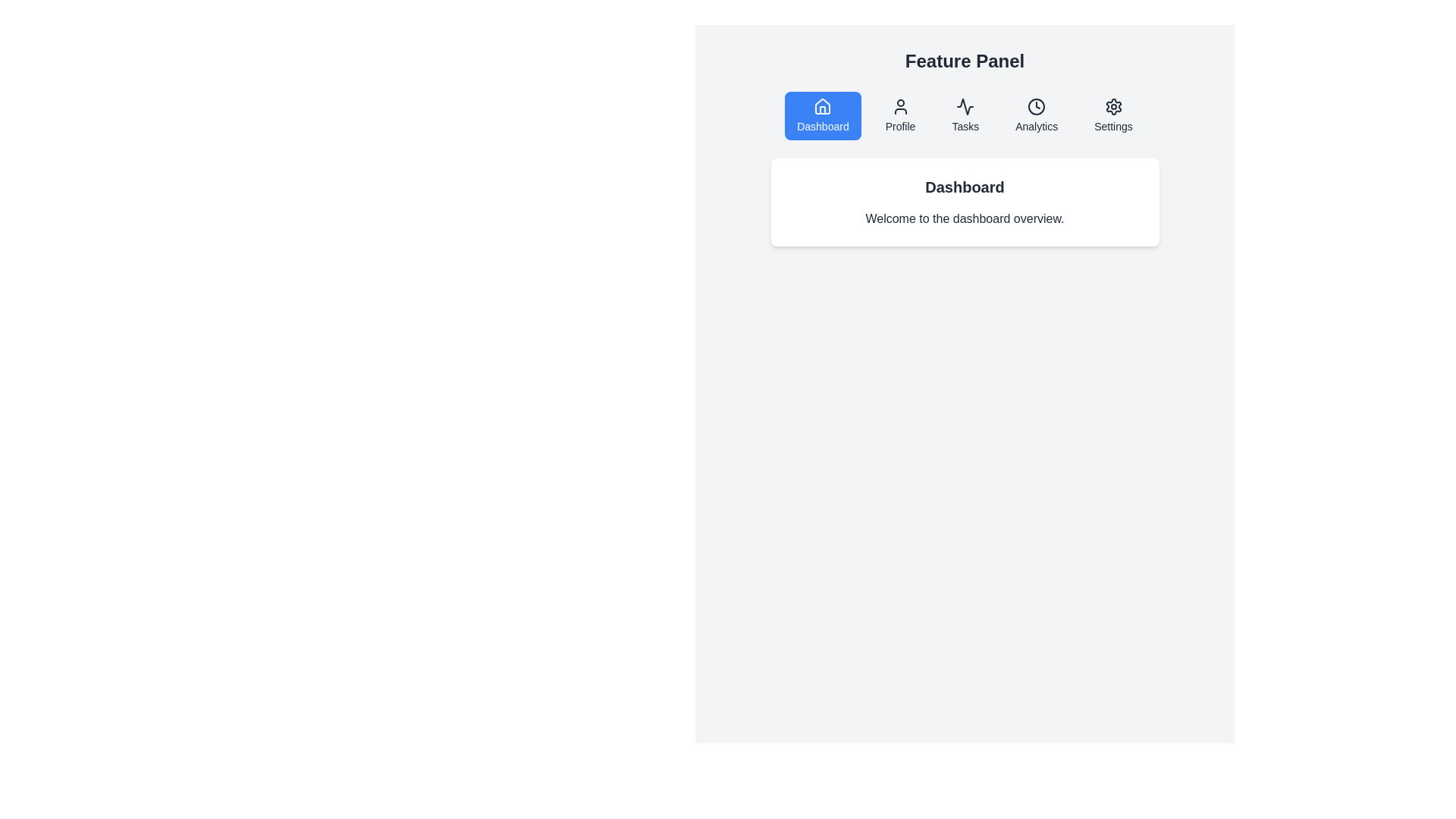 Image resolution: width=1456 pixels, height=819 pixels. I want to click on the 'Profile' button, which features a human figure icon above the label 'Profile', so click(900, 115).